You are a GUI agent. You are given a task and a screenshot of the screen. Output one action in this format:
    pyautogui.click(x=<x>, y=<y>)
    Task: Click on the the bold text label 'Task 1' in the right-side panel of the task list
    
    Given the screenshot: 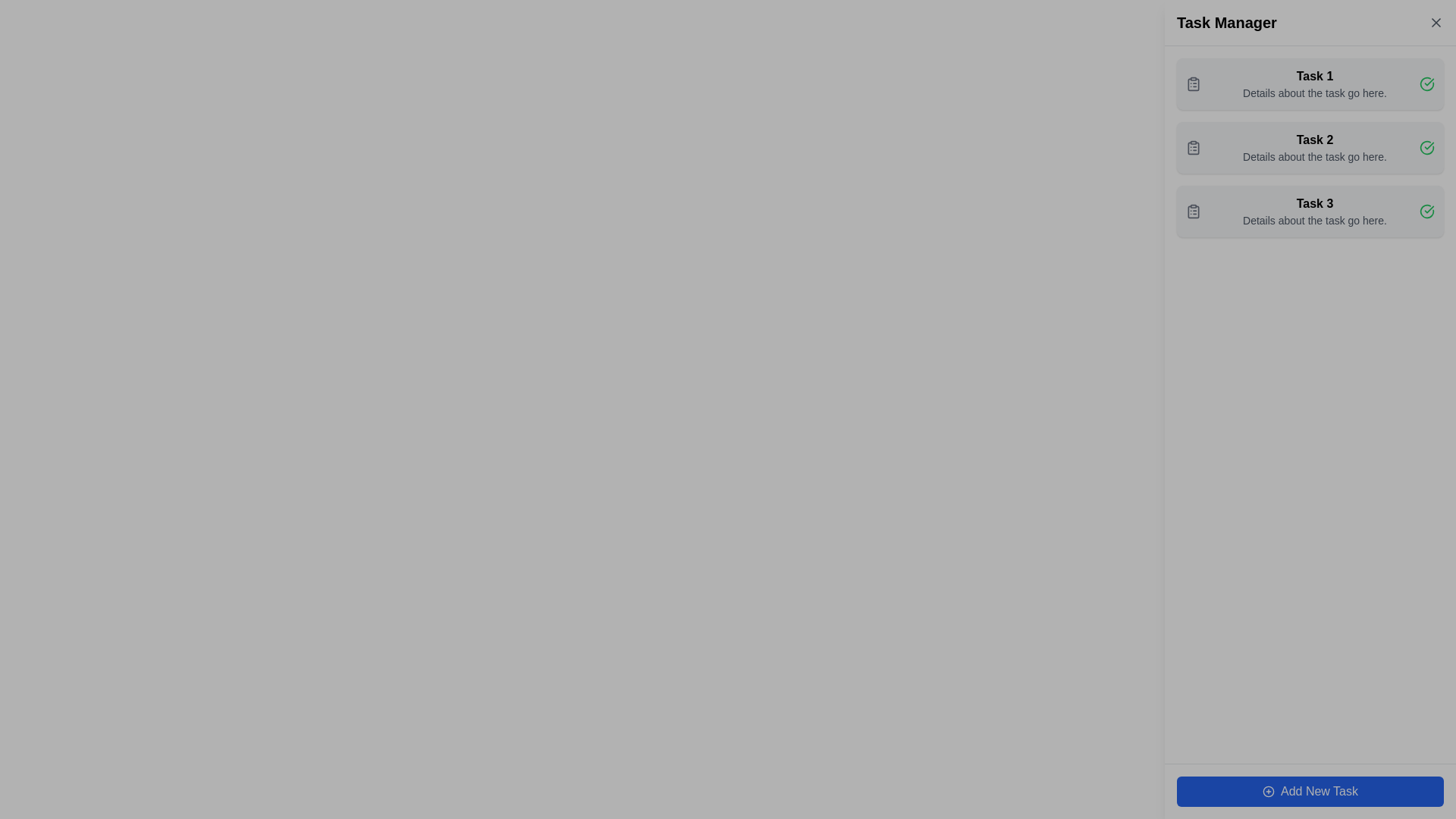 What is the action you would take?
    pyautogui.click(x=1313, y=76)
    